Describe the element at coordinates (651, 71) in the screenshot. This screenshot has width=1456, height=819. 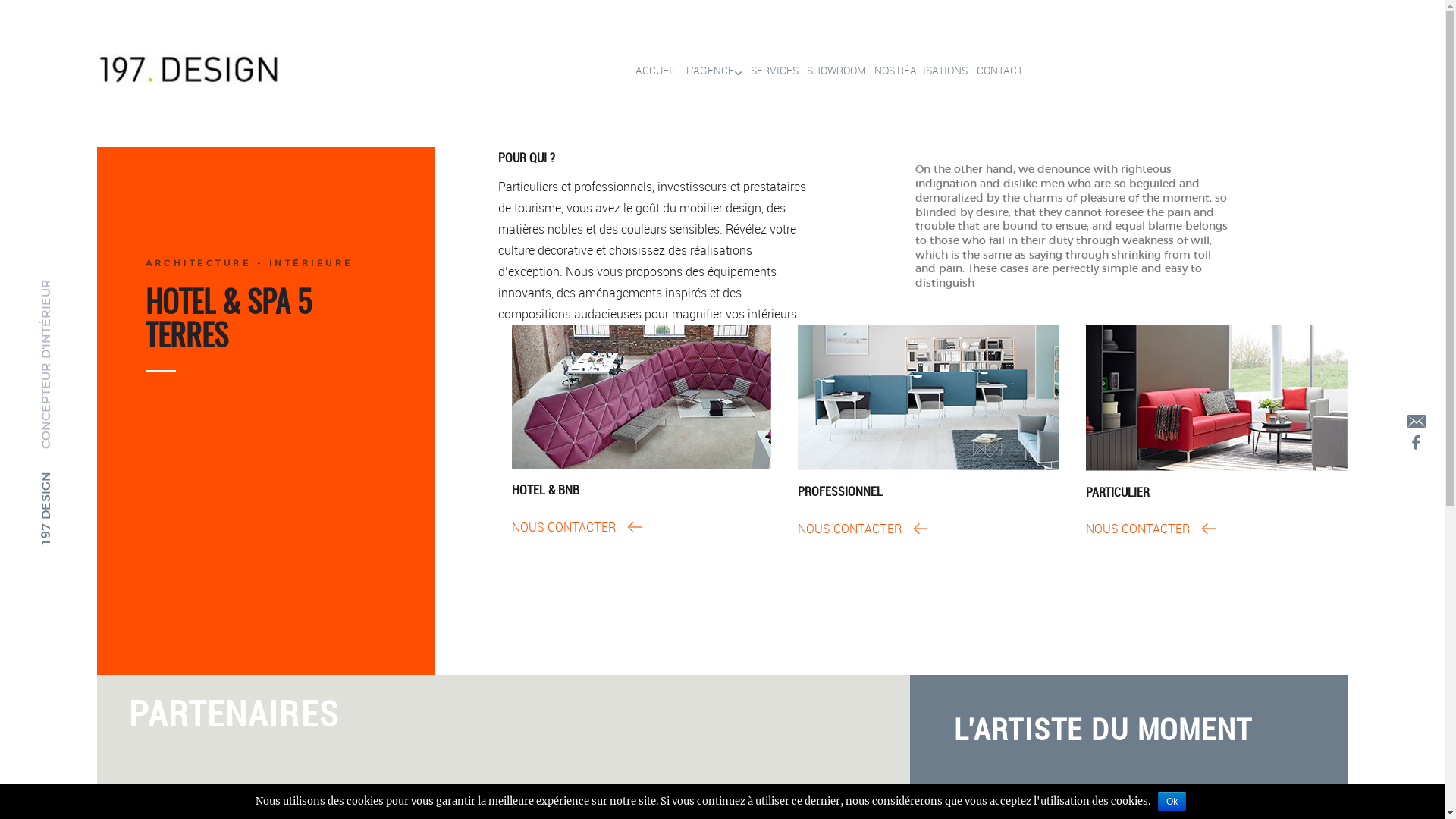
I see `'ACCUEIL'` at that location.